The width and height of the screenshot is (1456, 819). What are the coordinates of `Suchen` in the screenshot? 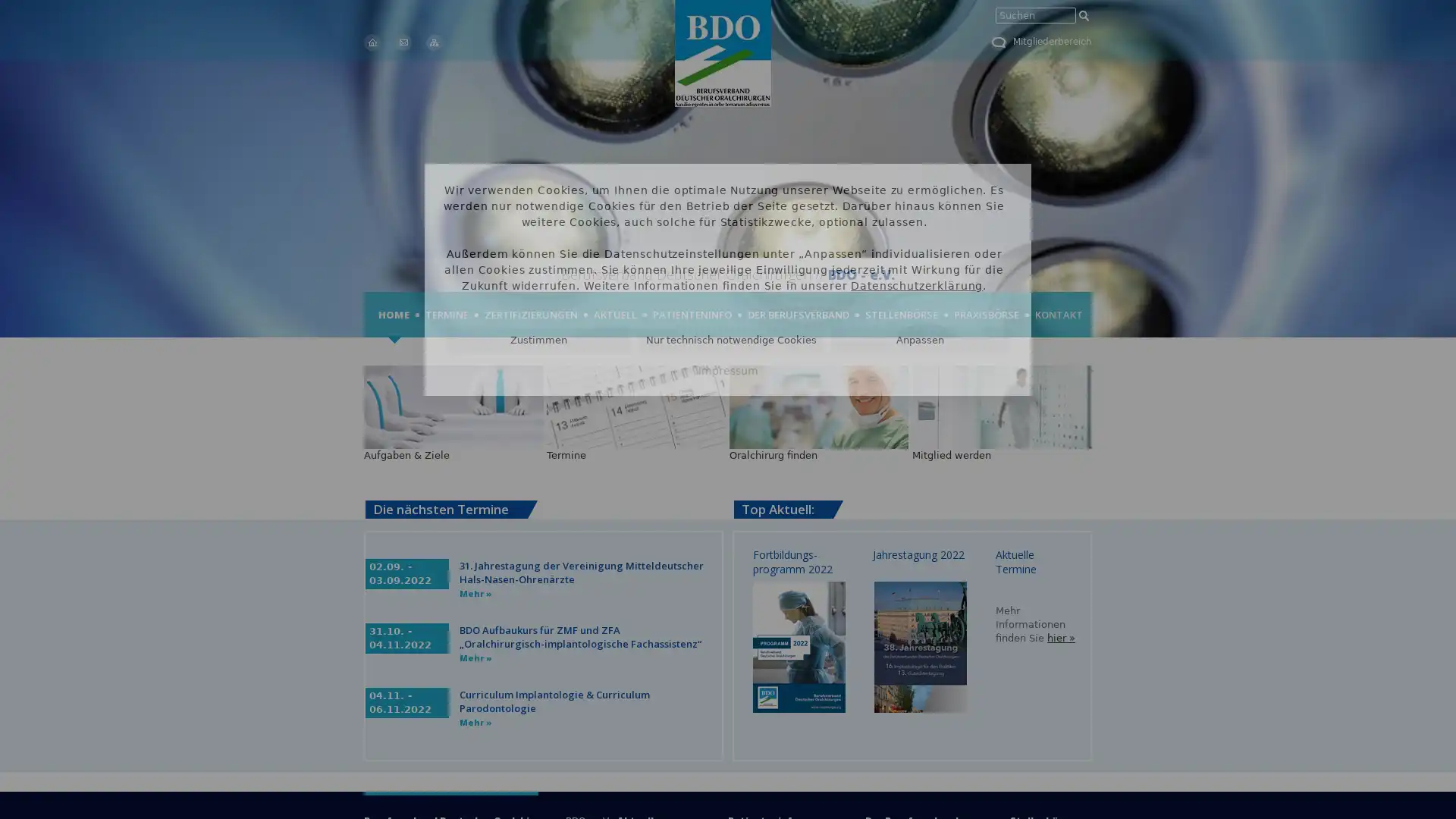 It's located at (1083, 15).